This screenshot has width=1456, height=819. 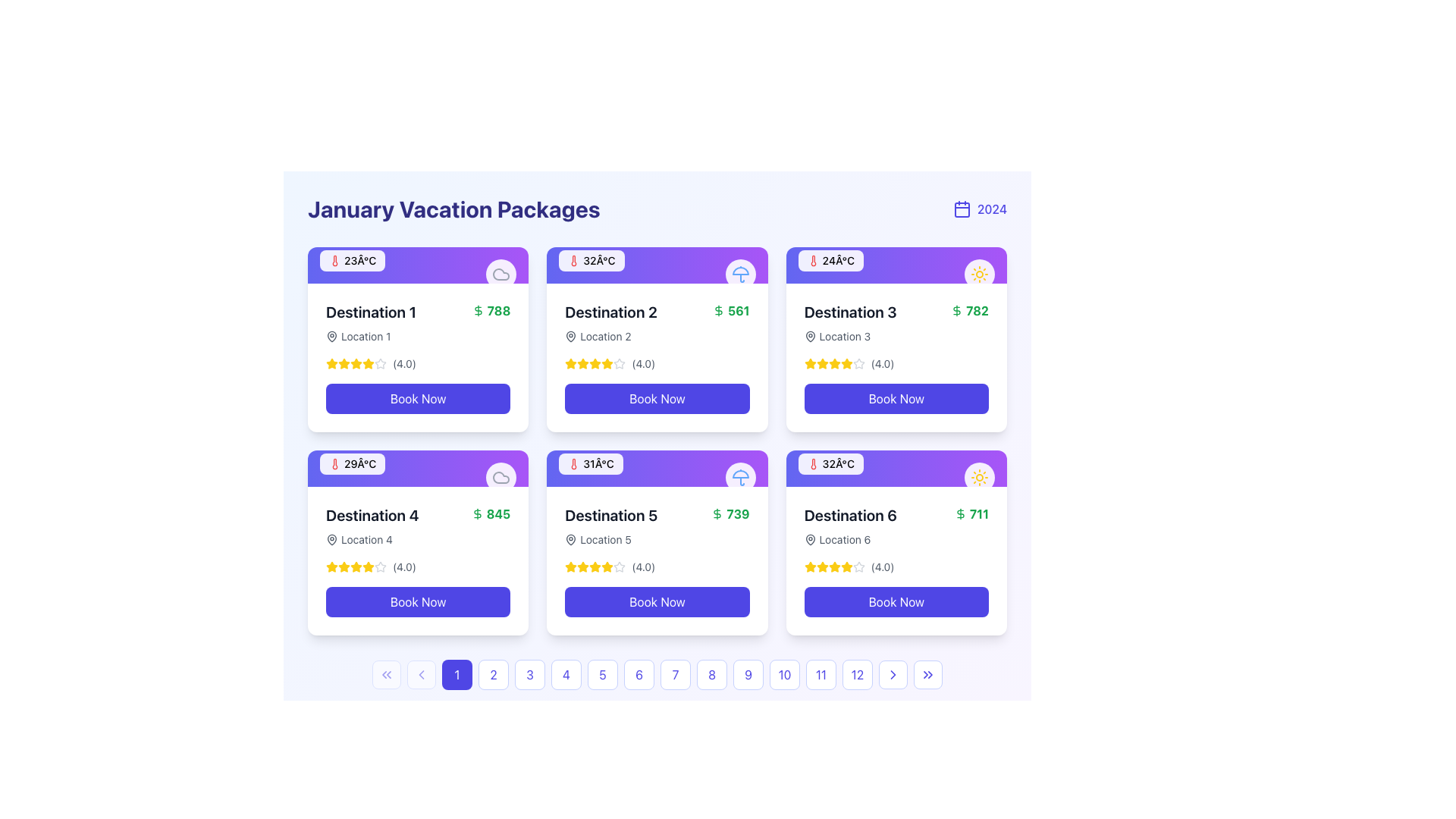 What do you see at coordinates (607, 567) in the screenshot?
I see `the fourth yellow star icon in the 4-star rating sequence located under the title 'Destination 5'` at bounding box center [607, 567].